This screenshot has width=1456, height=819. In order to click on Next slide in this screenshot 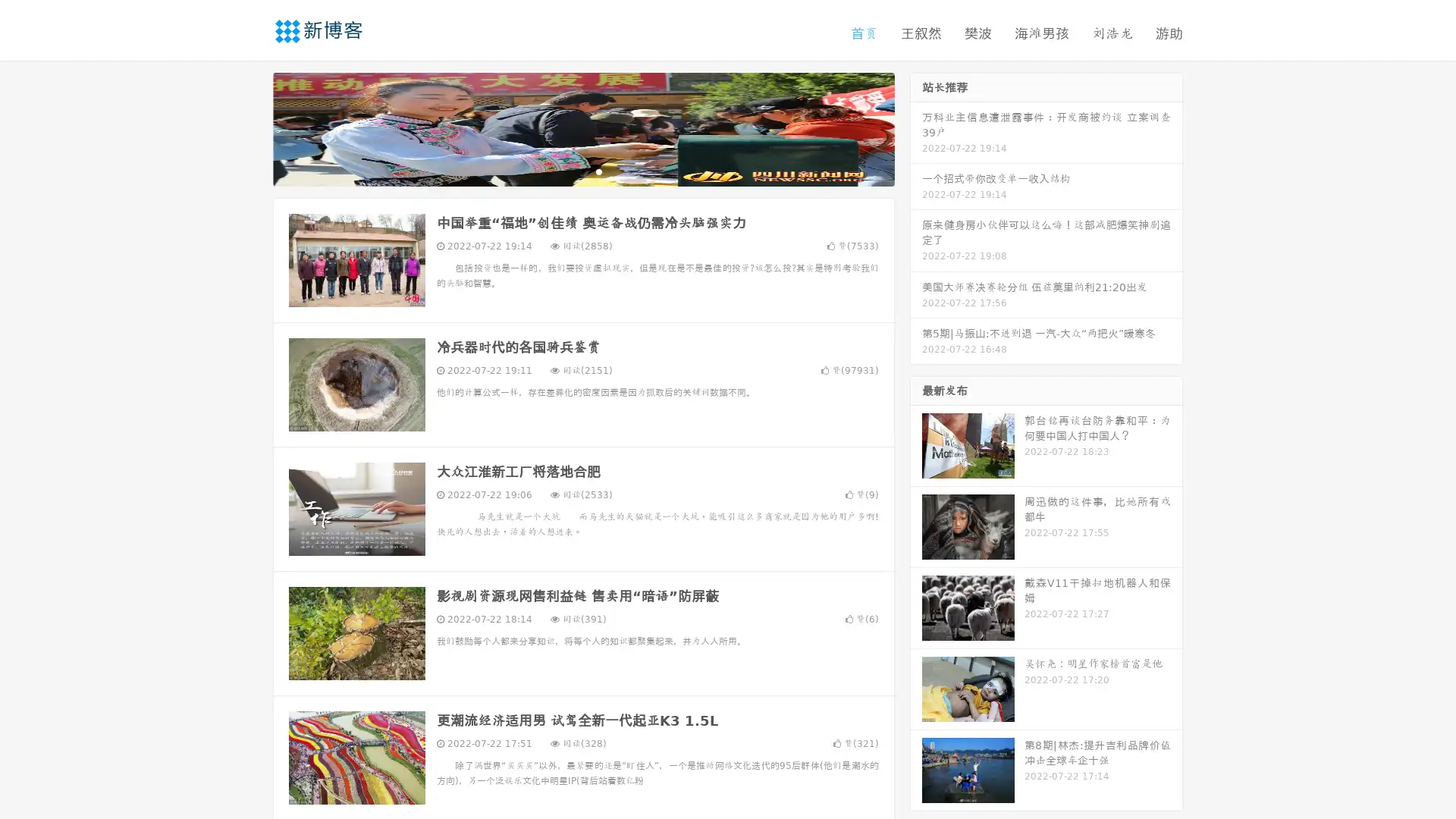, I will do `click(916, 127)`.